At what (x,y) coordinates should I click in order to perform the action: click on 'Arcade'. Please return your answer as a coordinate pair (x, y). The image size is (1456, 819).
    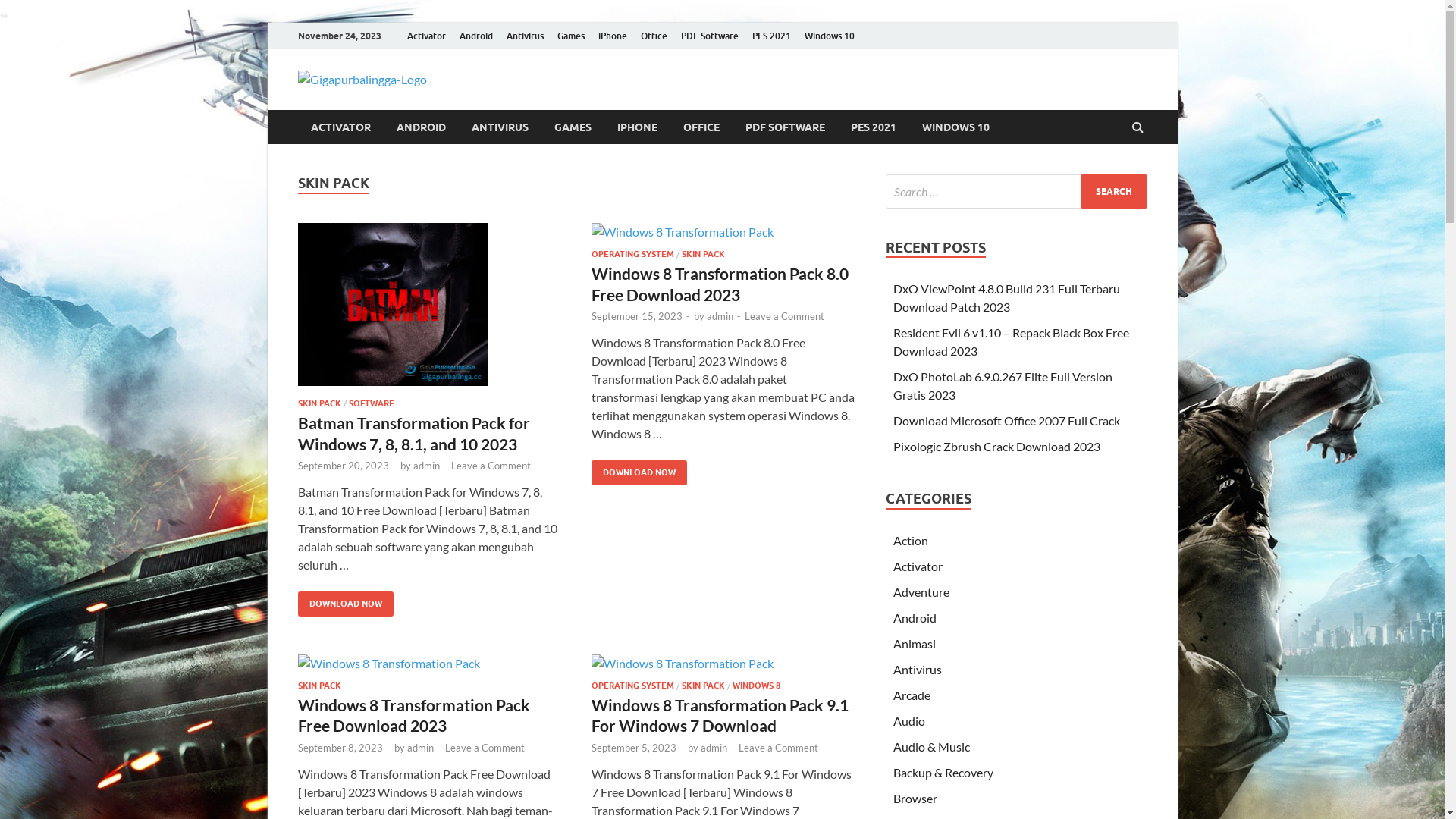
    Looking at the image, I should click on (911, 695).